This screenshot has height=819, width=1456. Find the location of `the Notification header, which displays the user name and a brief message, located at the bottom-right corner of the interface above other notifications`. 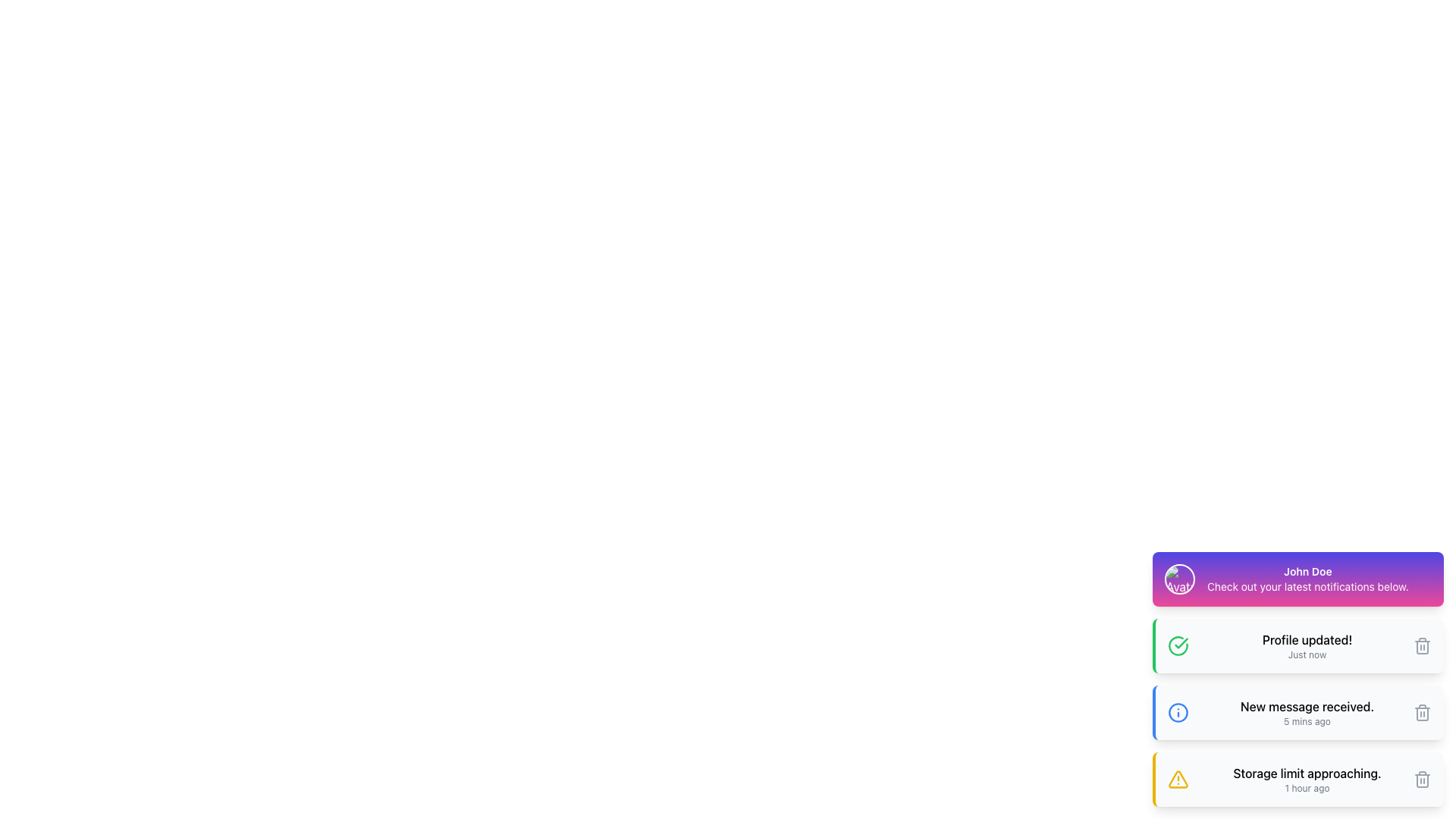

the Notification header, which displays the user name and a brief message, located at the bottom-right corner of the interface above other notifications is located at coordinates (1298, 579).